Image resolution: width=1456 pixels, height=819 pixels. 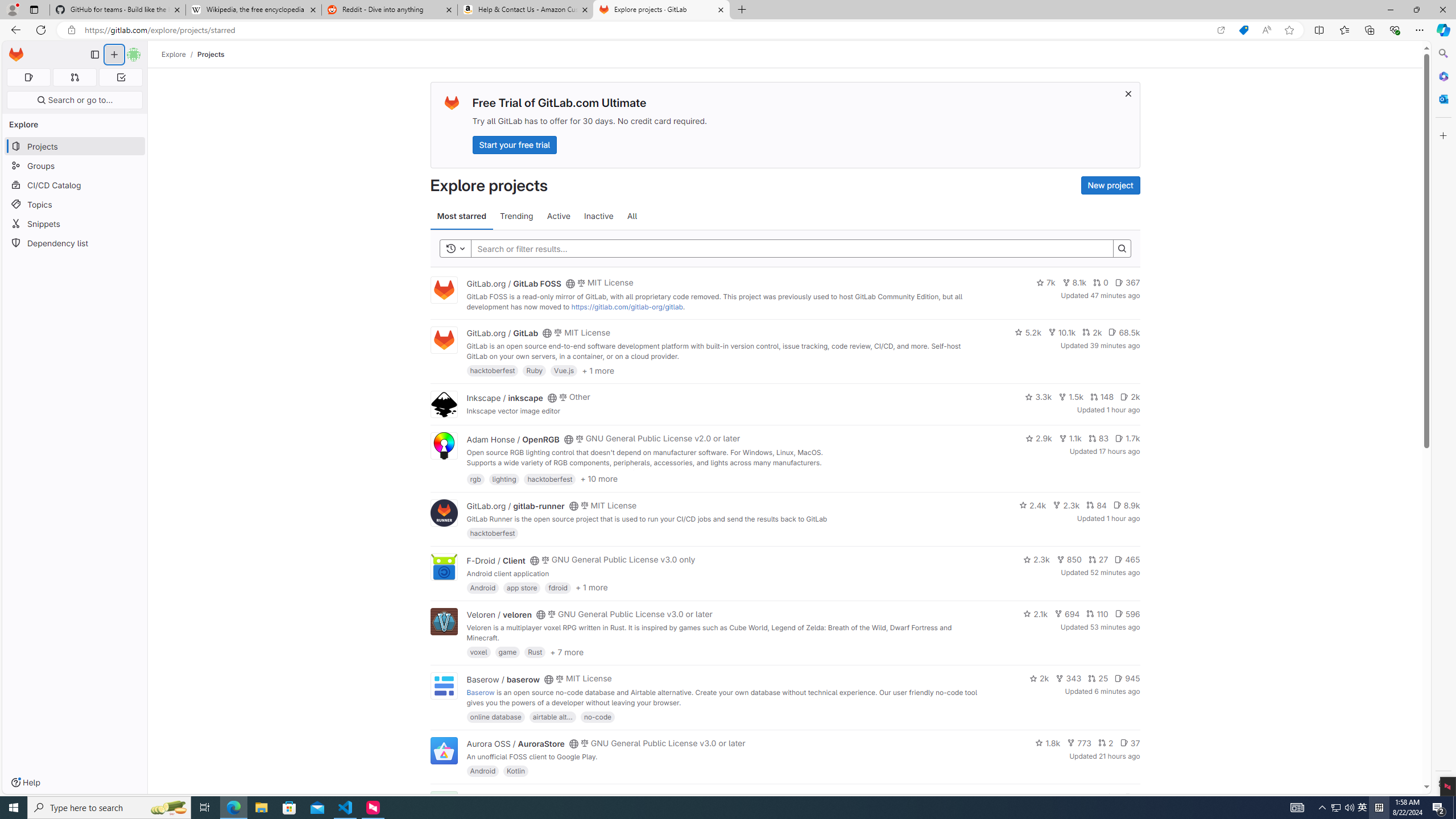 I want to click on 'Snippets', so click(x=74, y=223).